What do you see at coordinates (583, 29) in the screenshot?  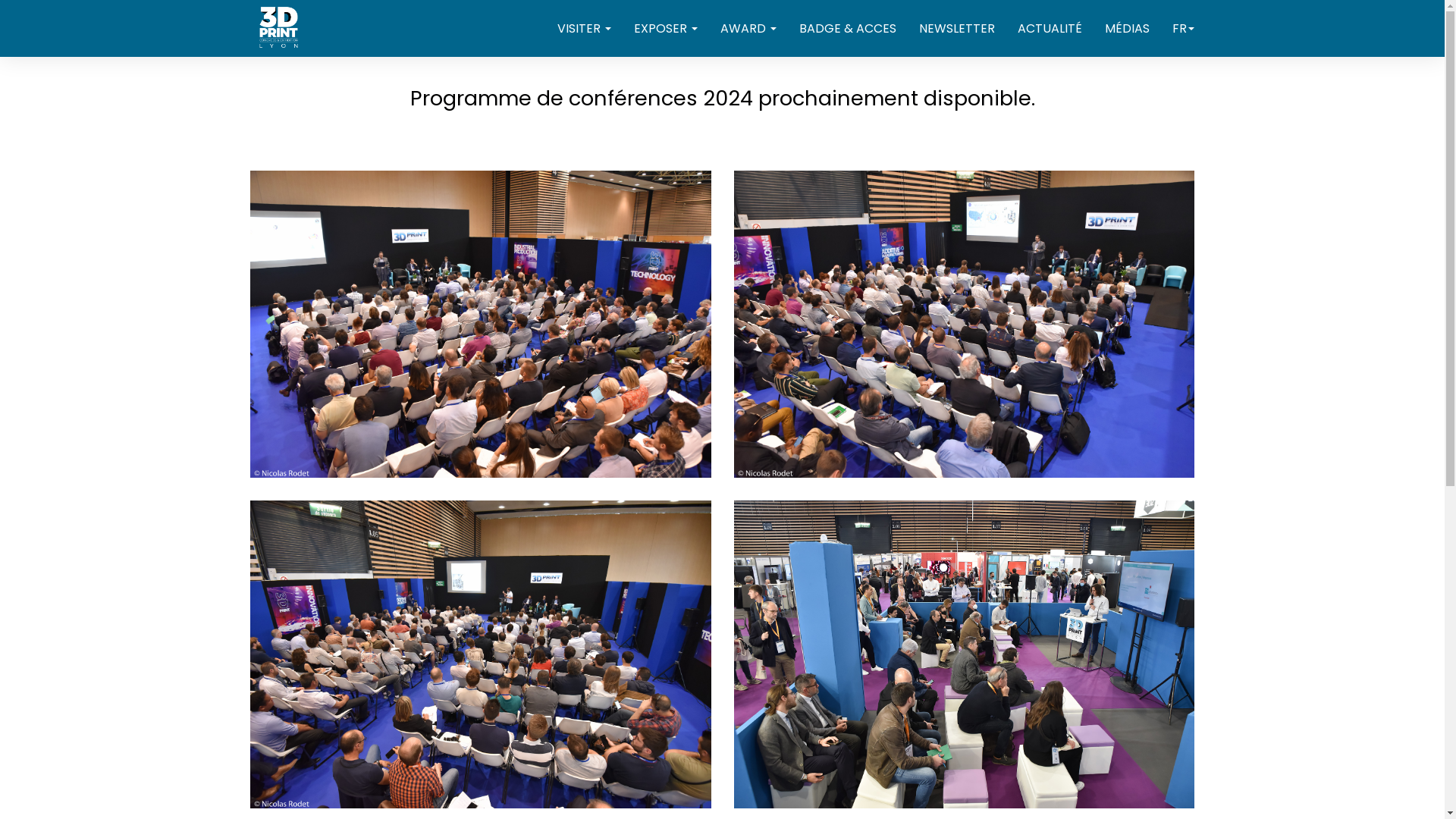 I see `'VISITER'` at bounding box center [583, 29].